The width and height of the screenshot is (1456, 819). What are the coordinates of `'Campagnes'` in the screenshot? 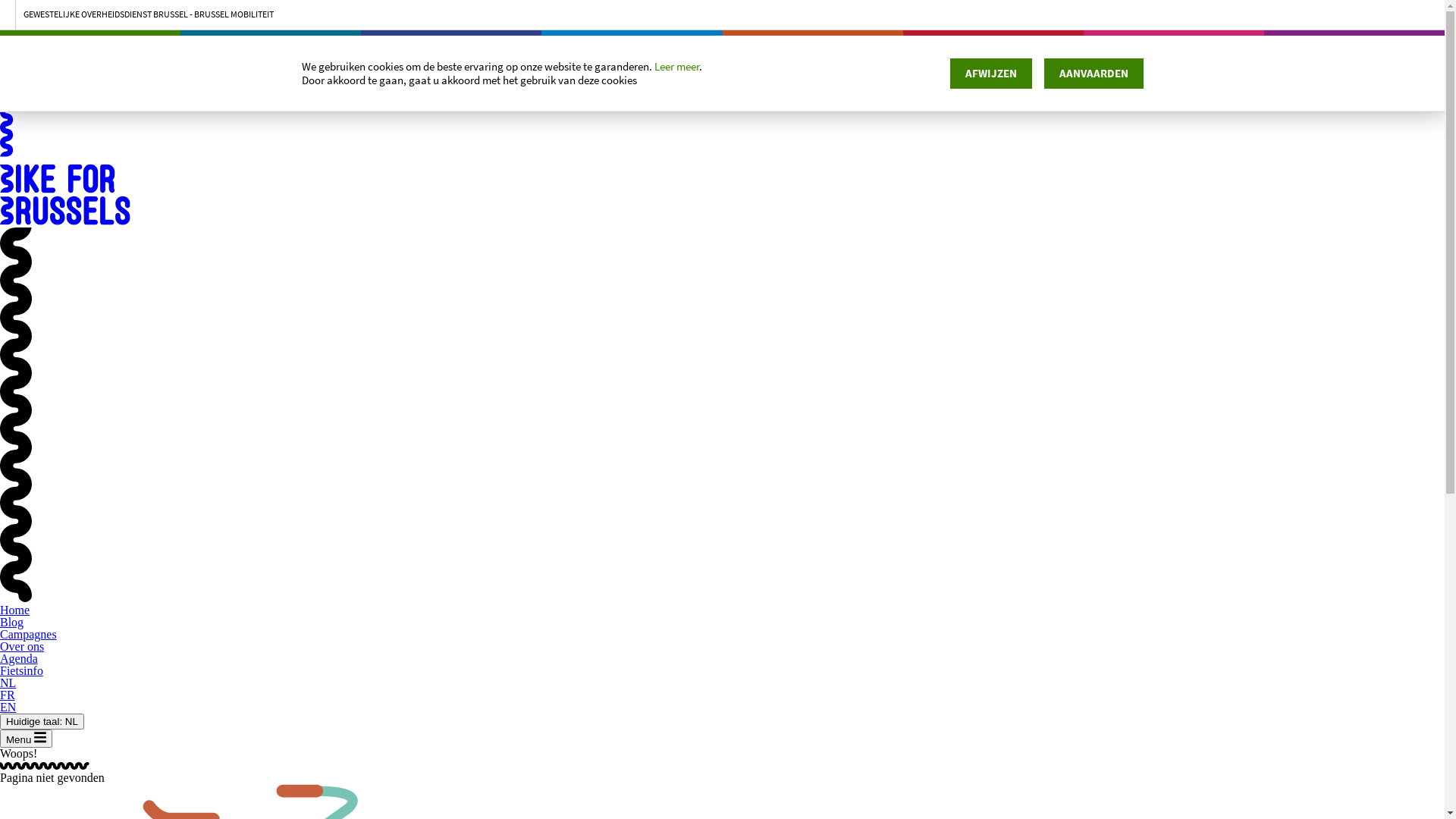 It's located at (28, 634).